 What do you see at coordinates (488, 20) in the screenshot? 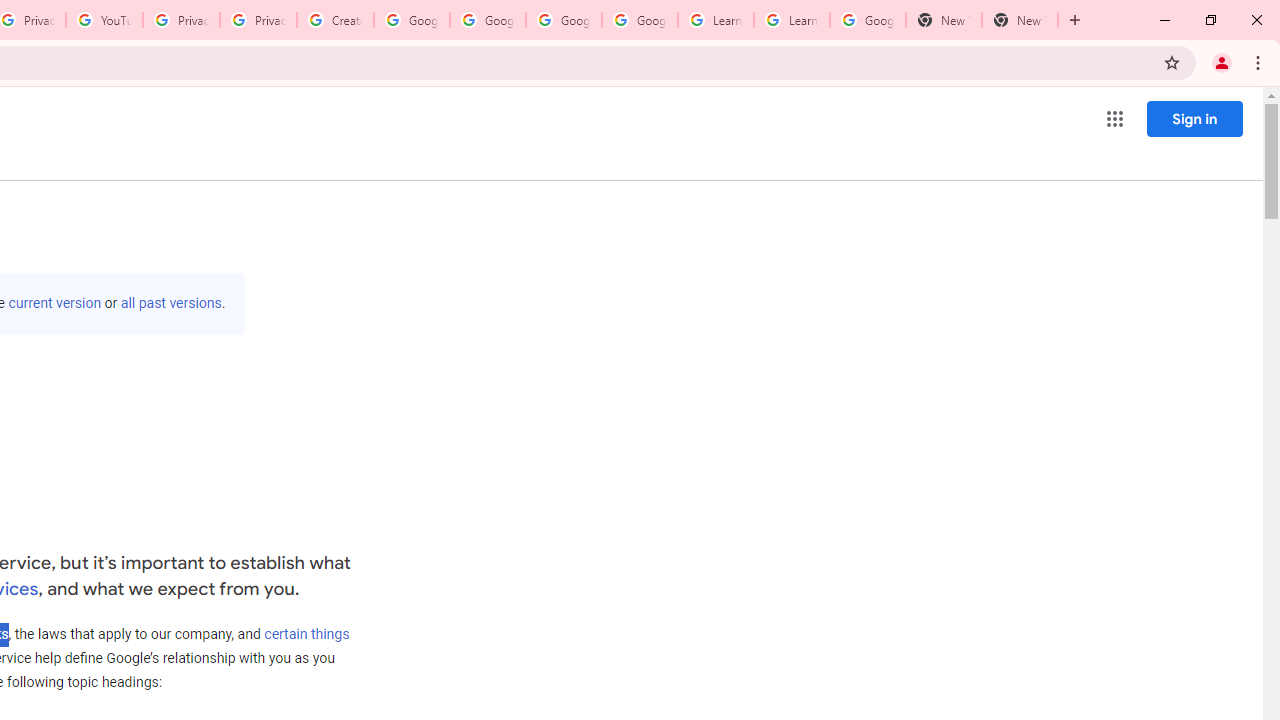
I see `'Google Account Help'` at bounding box center [488, 20].